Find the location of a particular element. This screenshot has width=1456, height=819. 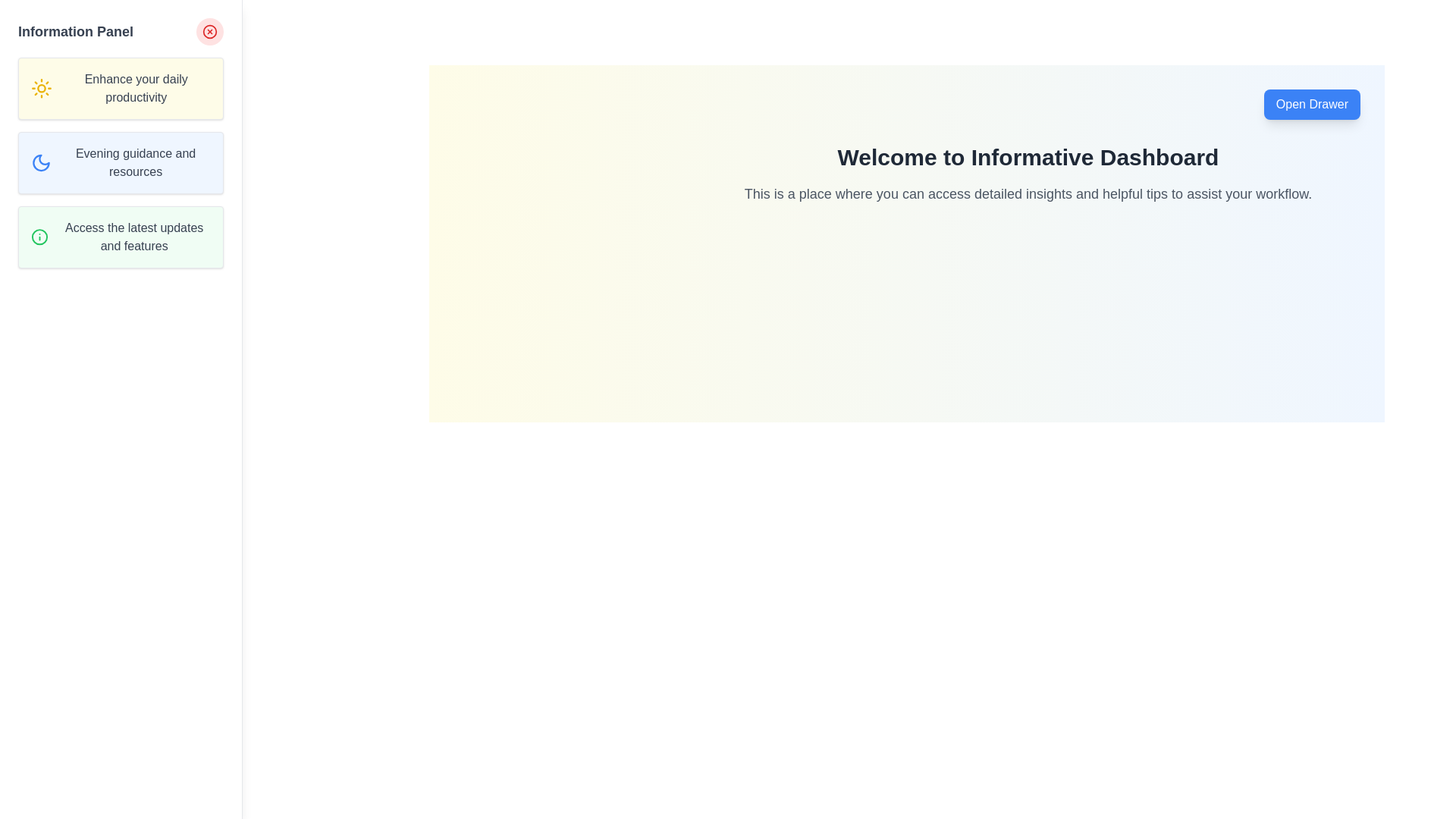

the centered circular part of the third icon in the Information Panel section, which is a decorative element of the informational button is located at coordinates (39, 237).